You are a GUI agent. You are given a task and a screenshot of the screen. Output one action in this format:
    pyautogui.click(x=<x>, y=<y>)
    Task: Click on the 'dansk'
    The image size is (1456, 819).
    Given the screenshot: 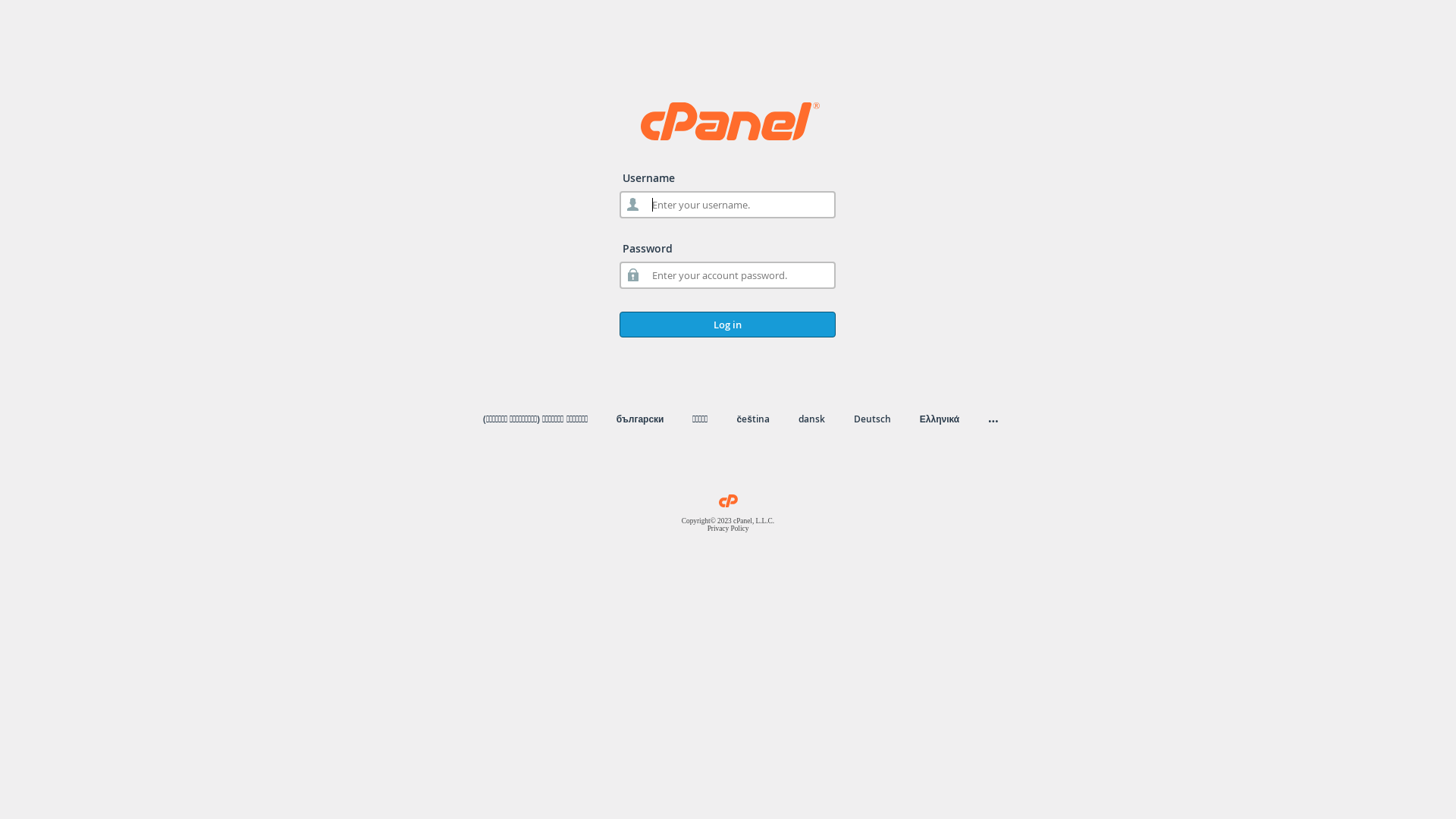 What is the action you would take?
    pyautogui.click(x=811, y=419)
    